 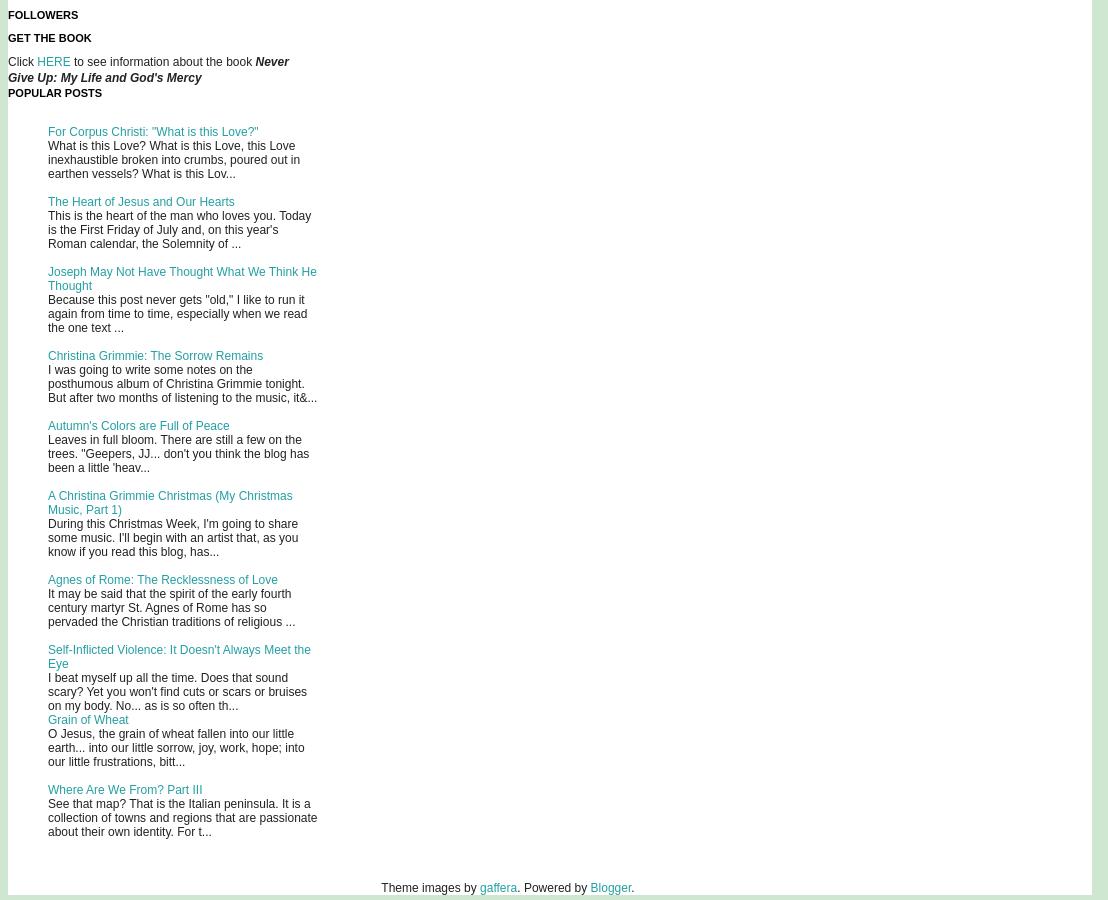 What do you see at coordinates (172, 160) in the screenshot?
I see `'What is this Love?   What is this Love, this Love inexhaustible broken into crumbs,   poured out in earthen vessels? What is this Lov...'` at bounding box center [172, 160].